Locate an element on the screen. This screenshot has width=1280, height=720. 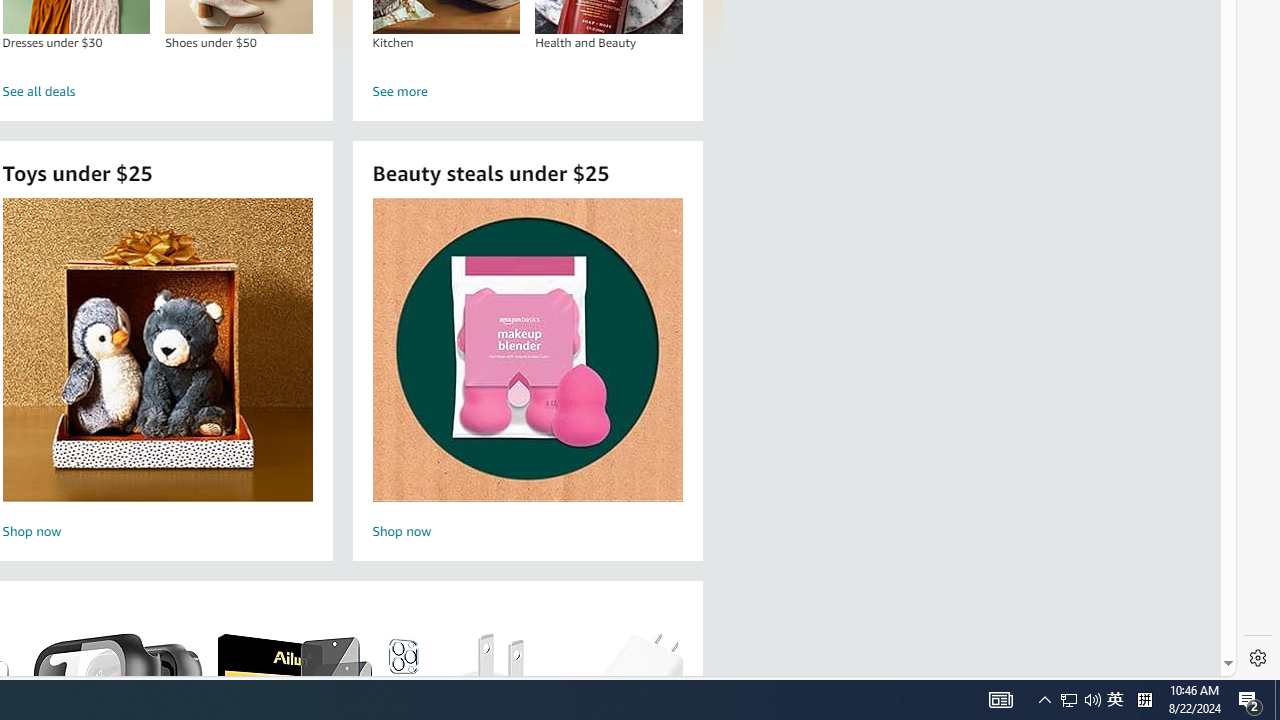
'Beauty steals under $25 Shop now' is located at coordinates (527, 371).